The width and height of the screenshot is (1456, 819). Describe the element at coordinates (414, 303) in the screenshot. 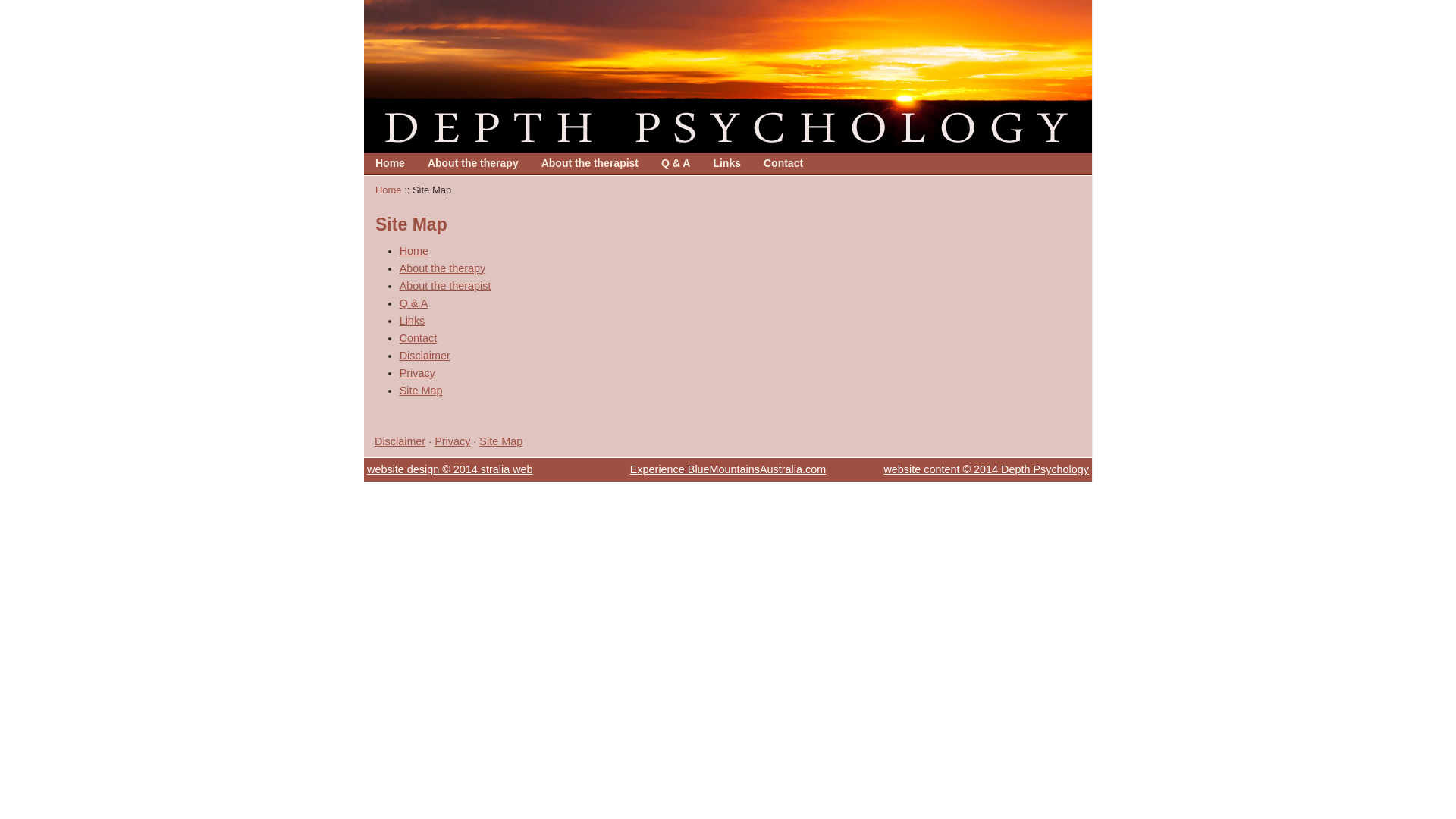

I see `'Q & A'` at that location.